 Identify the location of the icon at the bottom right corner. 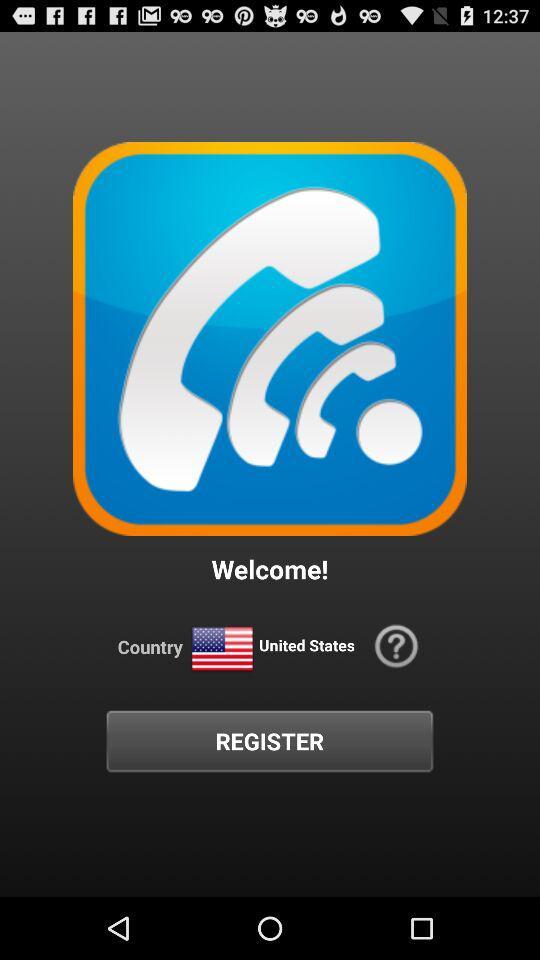
(396, 645).